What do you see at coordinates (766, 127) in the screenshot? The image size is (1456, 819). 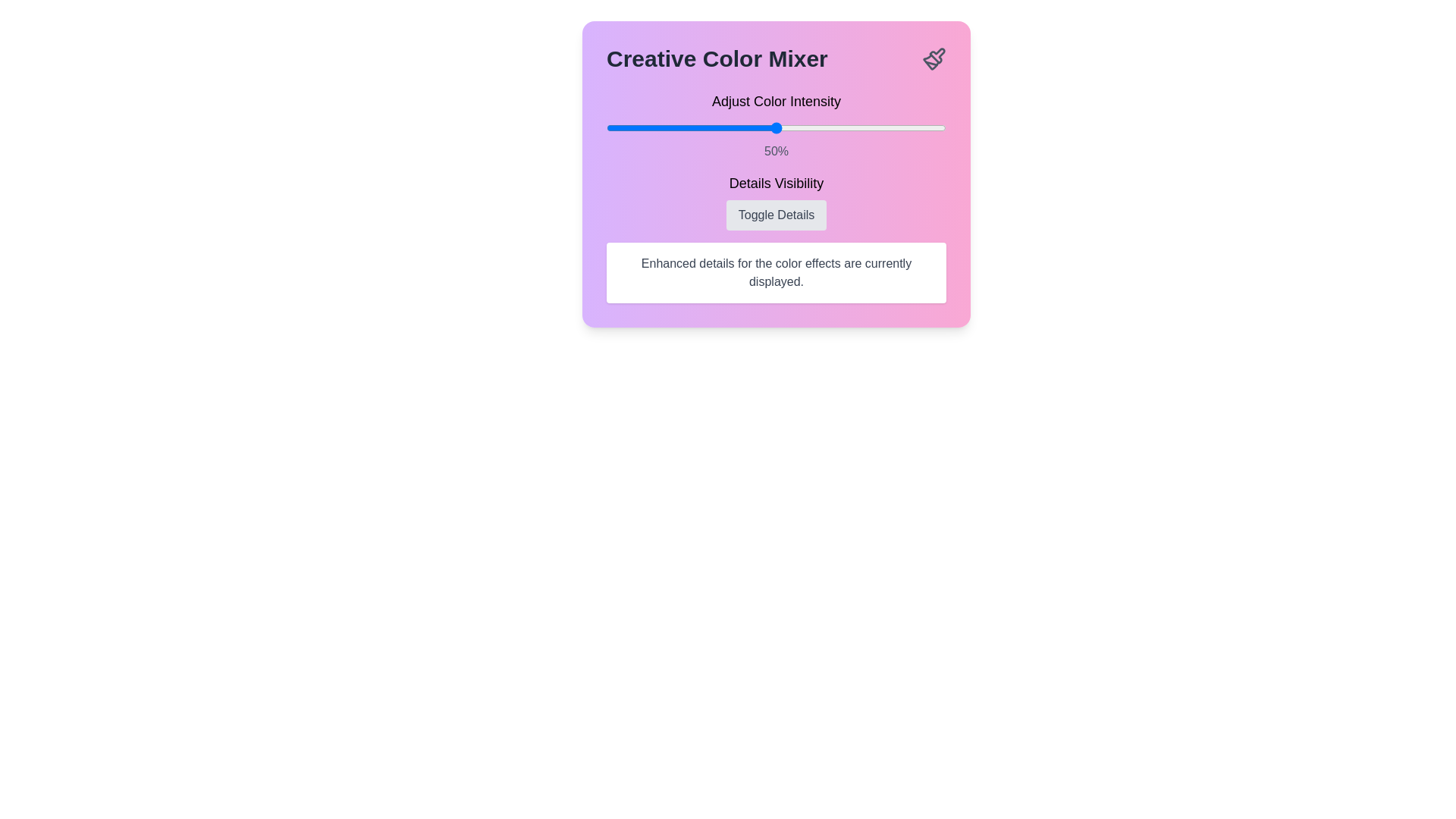 I see `the color intensity` at bounding box center [766, 127].